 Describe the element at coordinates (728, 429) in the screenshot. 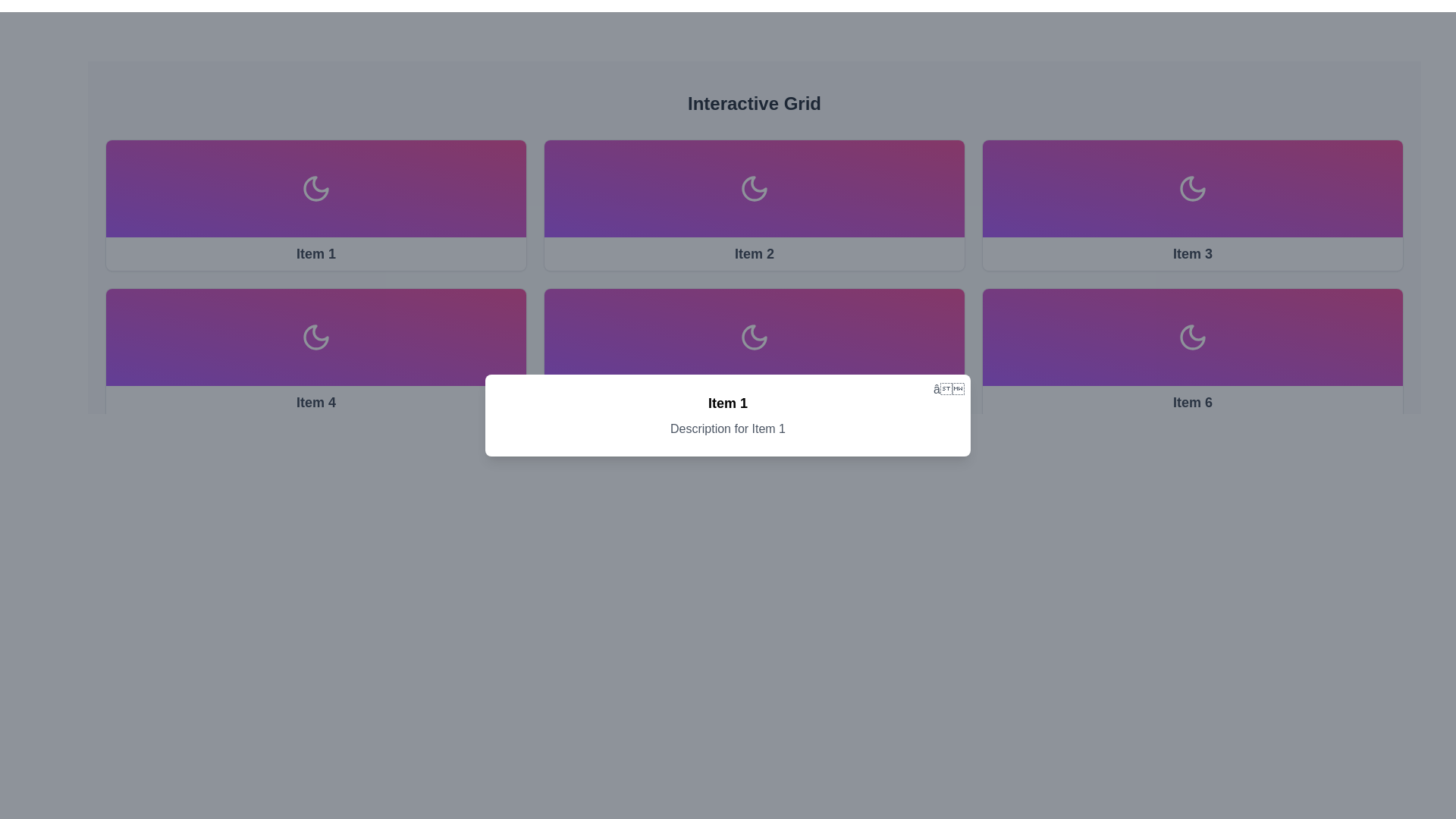

I see `text from the Label element that displays 'Description for Item 1', which is styled with centered alignment and gray color, located below the bold 'Item 1' label` at that location.